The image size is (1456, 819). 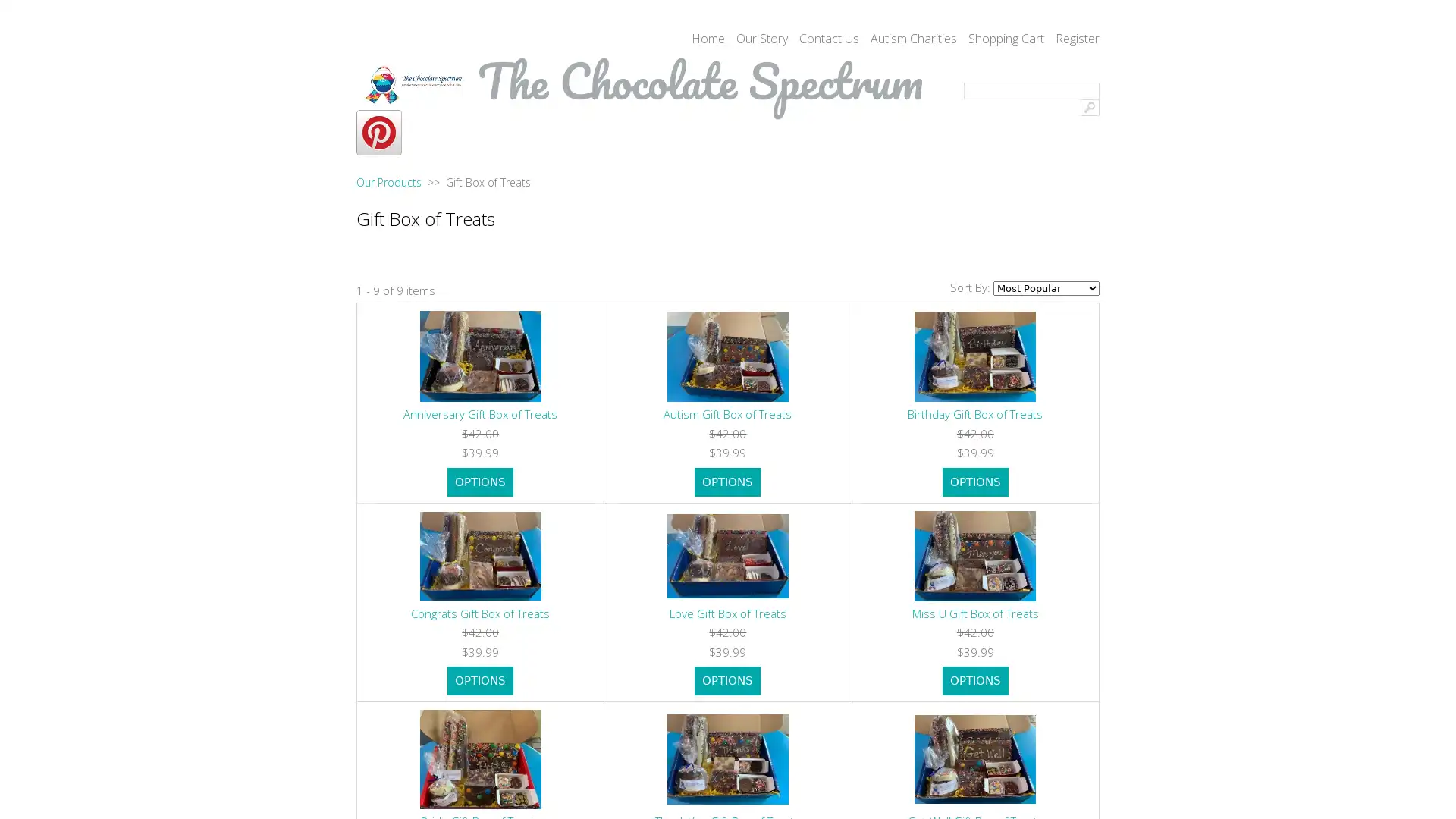 I want to click on Options, so click(x=974, y=482).